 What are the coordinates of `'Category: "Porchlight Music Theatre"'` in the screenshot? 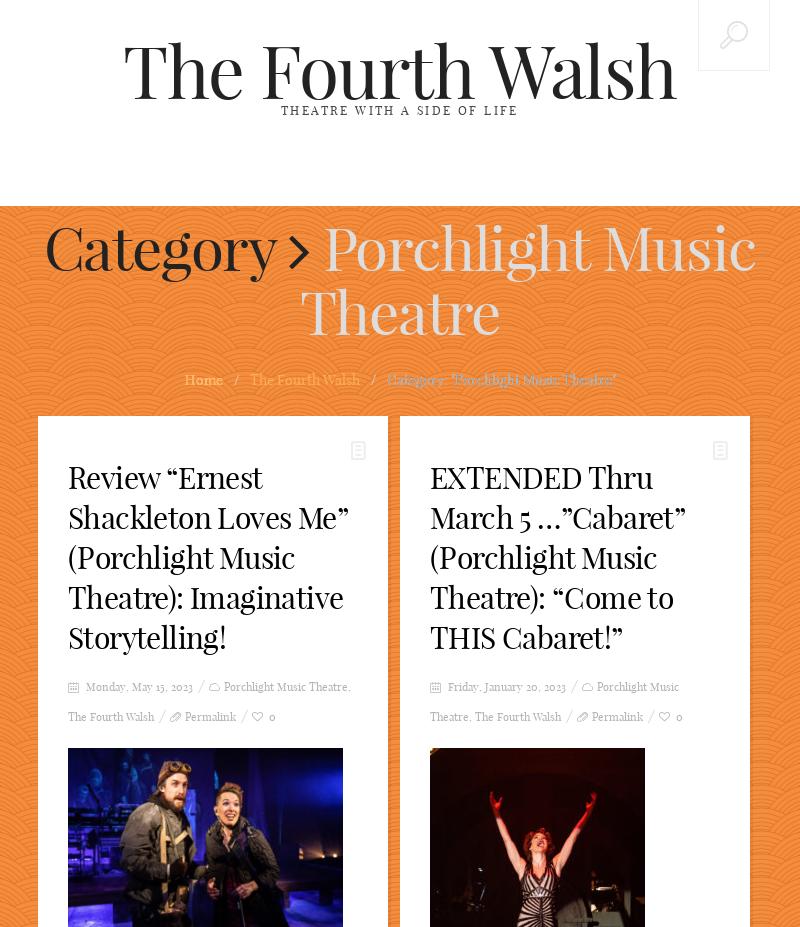 It's located at (500, 378).